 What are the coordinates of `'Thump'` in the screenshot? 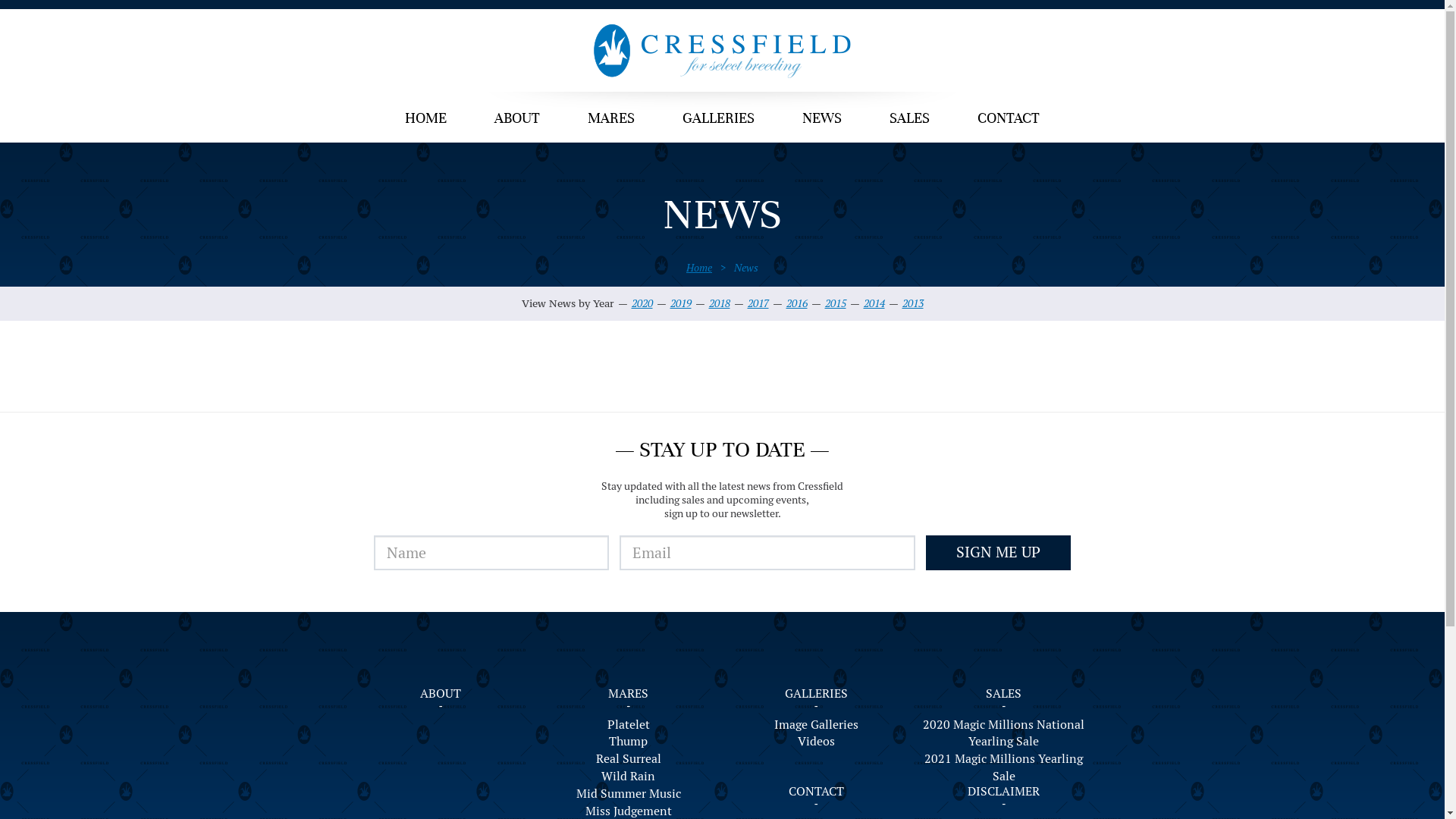 It's located at (629, 741).